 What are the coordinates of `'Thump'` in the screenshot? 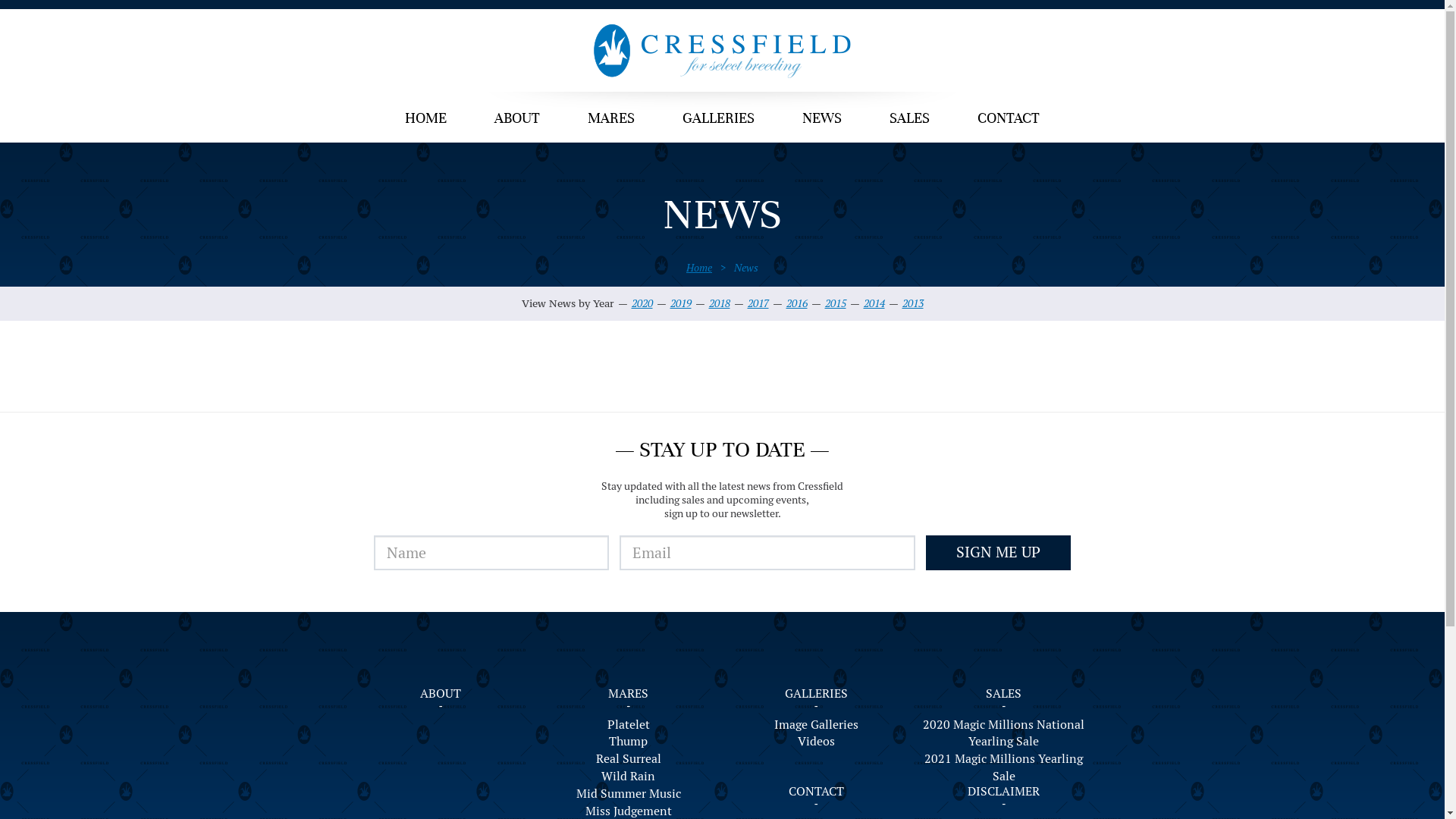 It's located at (629, 741).